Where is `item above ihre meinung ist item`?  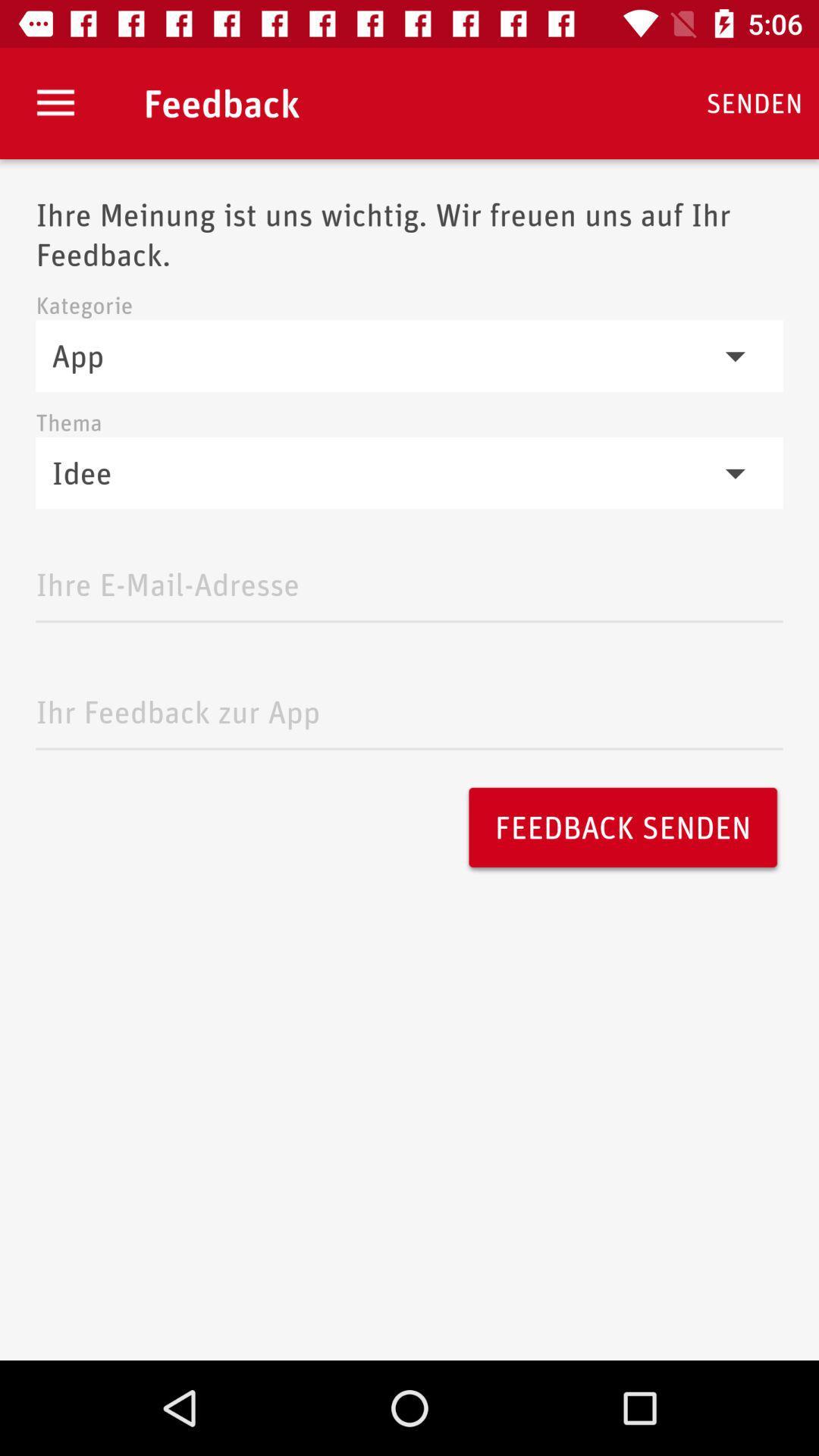
item above ihre meinung ist item is located at coordinates (55, 102).